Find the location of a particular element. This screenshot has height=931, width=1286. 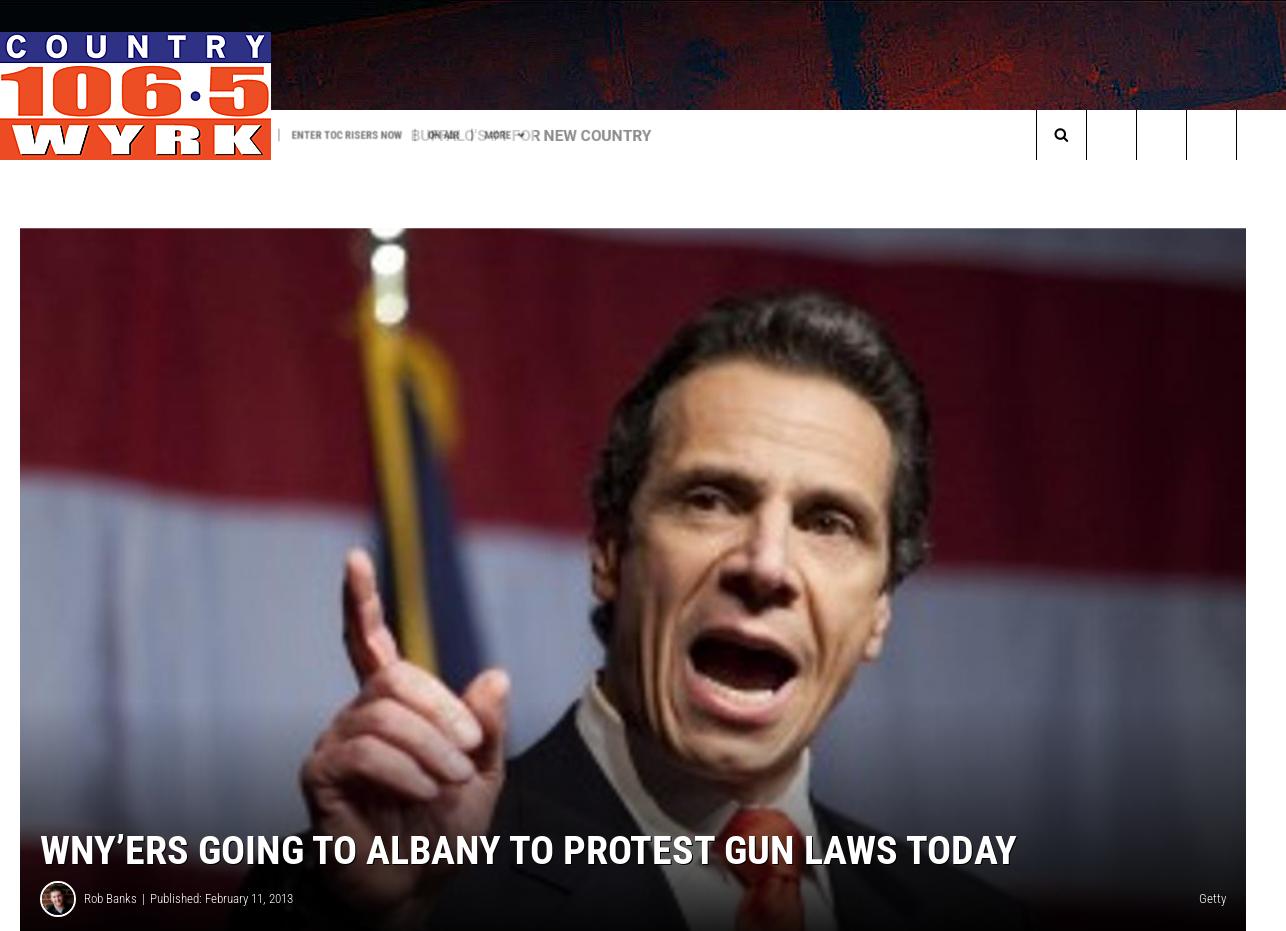

'Community Cornerstone' is located at coordinates (612, 174).